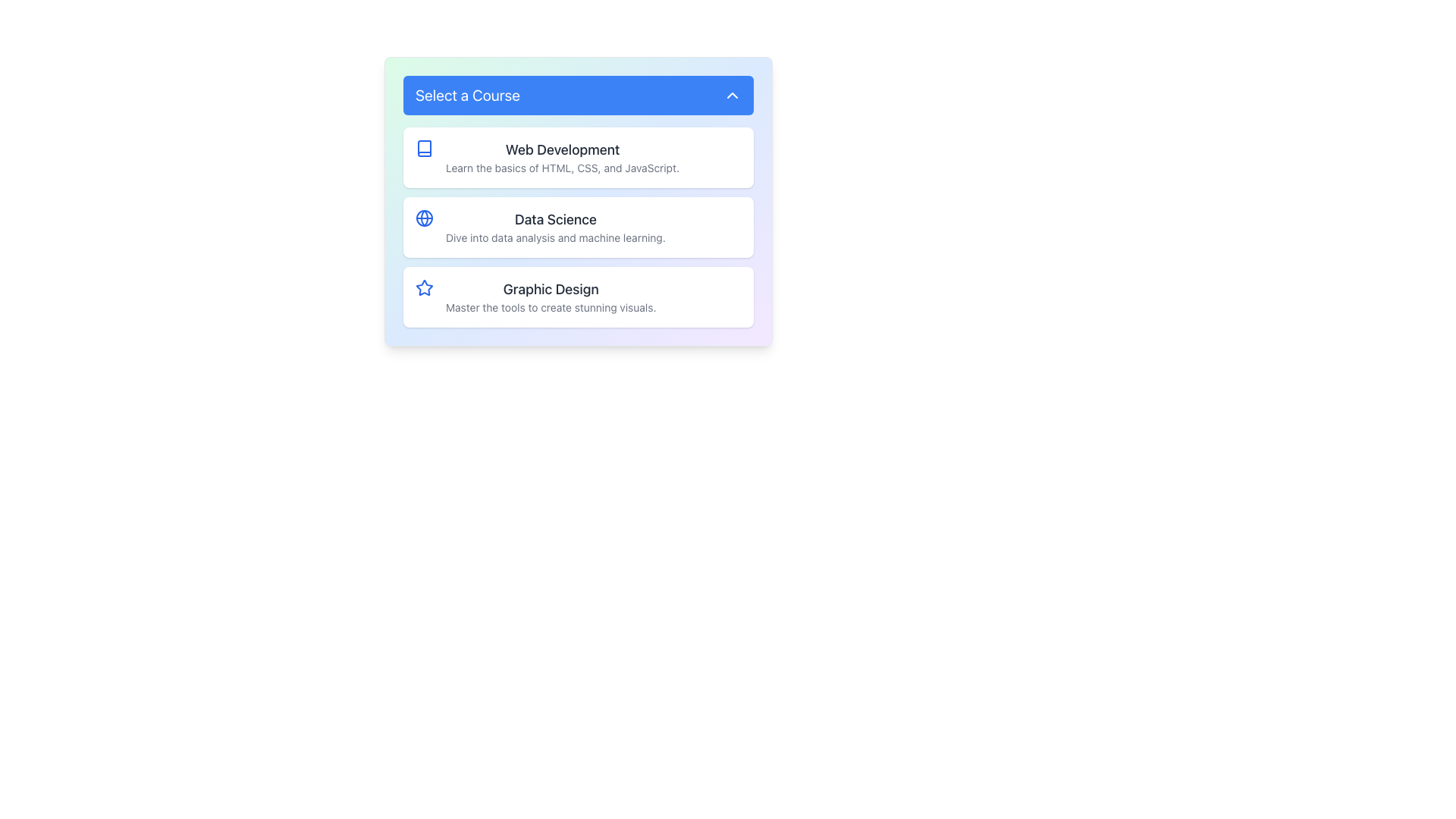 The width and height of the screenshot is (1456, 819). I want to click on the Text Section that provides an overview of the 'Data Science' course, which is the second item in the vertical list of course options, so click(554, 227).